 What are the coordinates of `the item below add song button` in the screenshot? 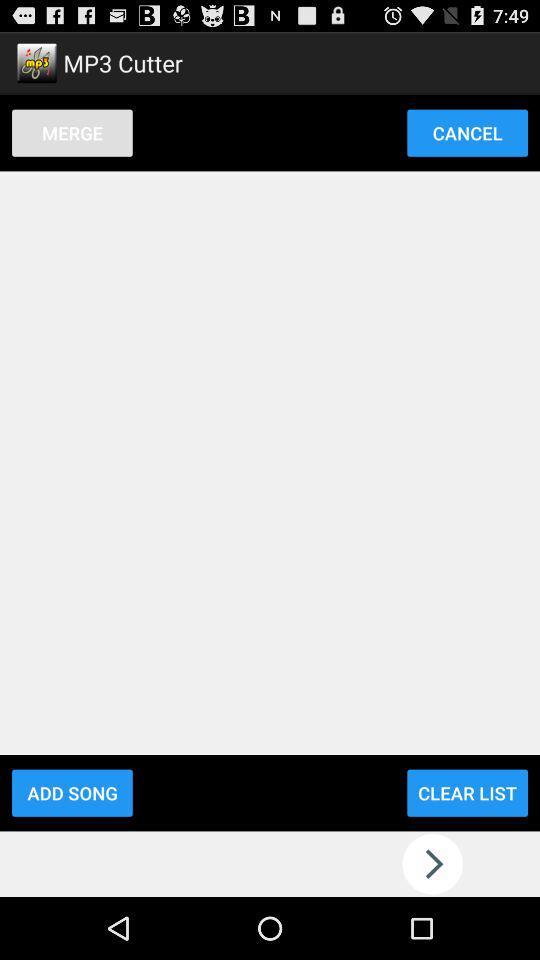 It's located at (270, 863).